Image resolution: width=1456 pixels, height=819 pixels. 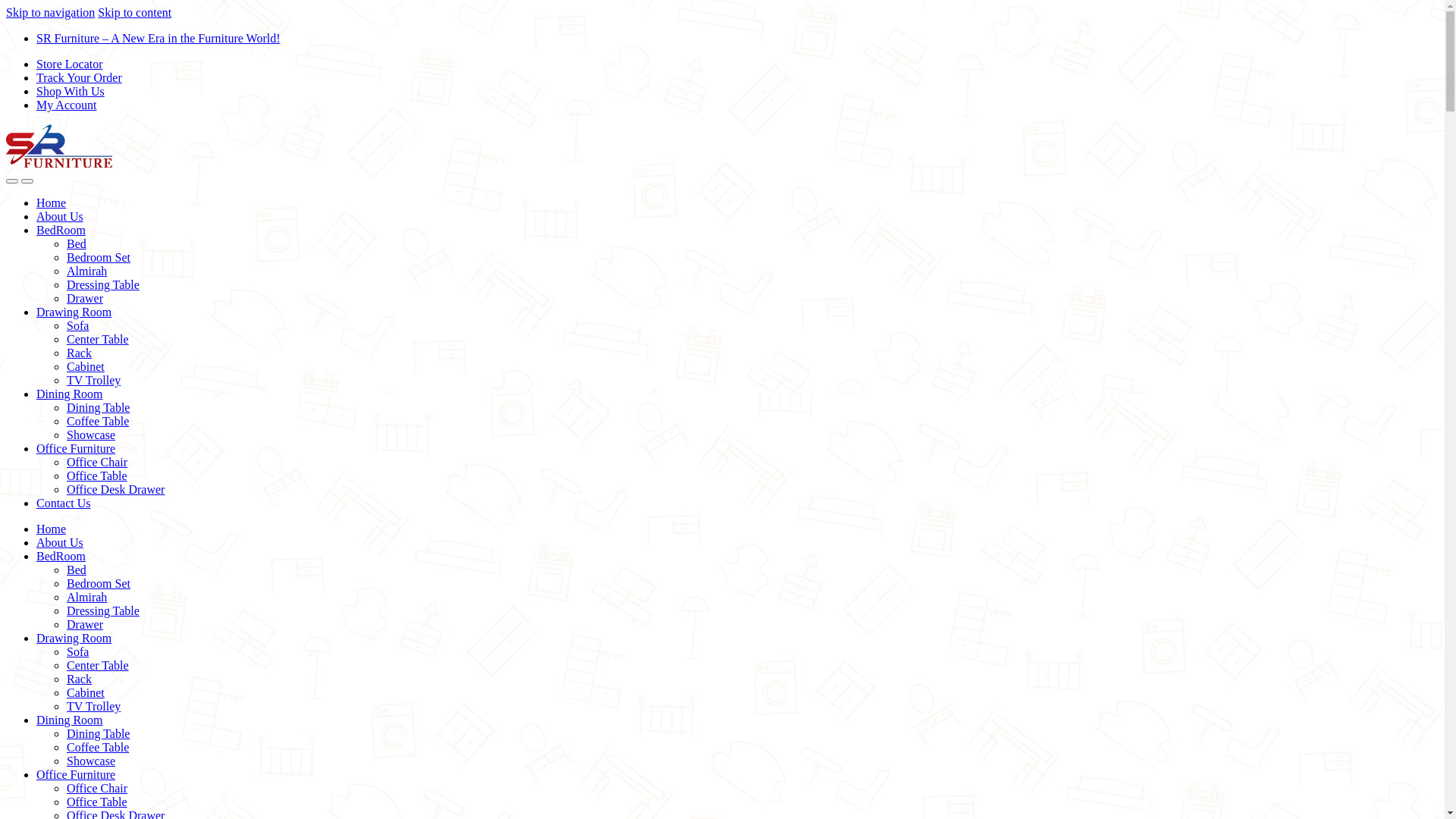 I want to click on 'Dining Table', so click(x=97, y=733).